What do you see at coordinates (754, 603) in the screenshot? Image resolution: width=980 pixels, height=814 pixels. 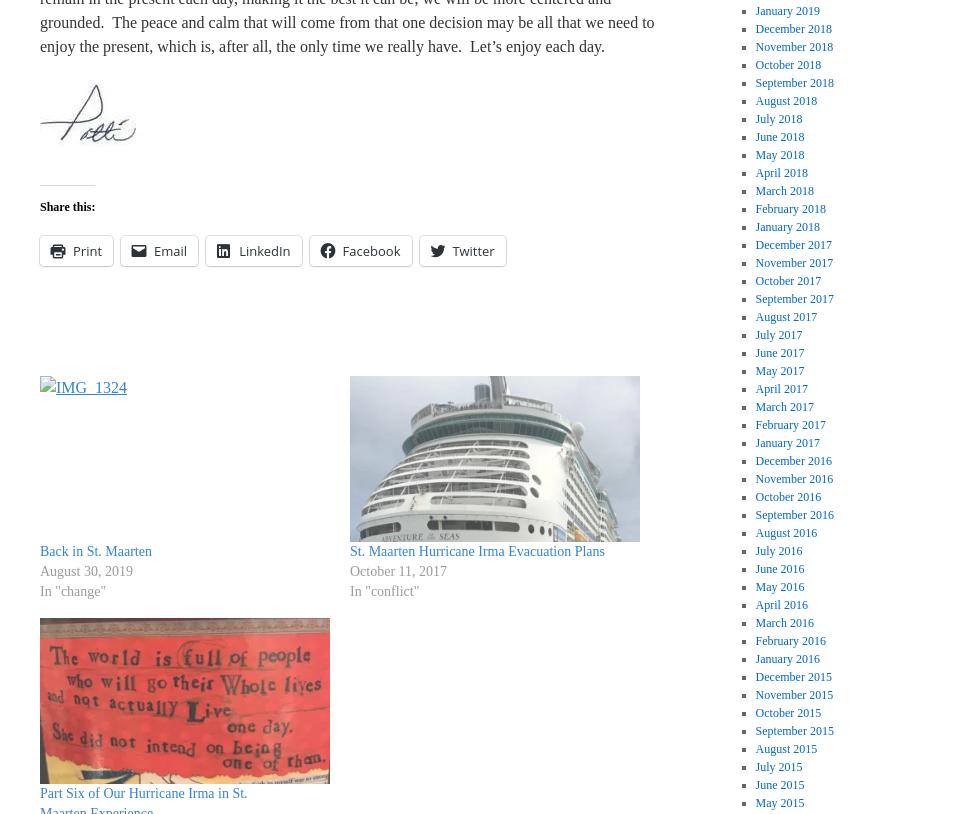 I see `'April 2016'` at bounding box center [754, 603].